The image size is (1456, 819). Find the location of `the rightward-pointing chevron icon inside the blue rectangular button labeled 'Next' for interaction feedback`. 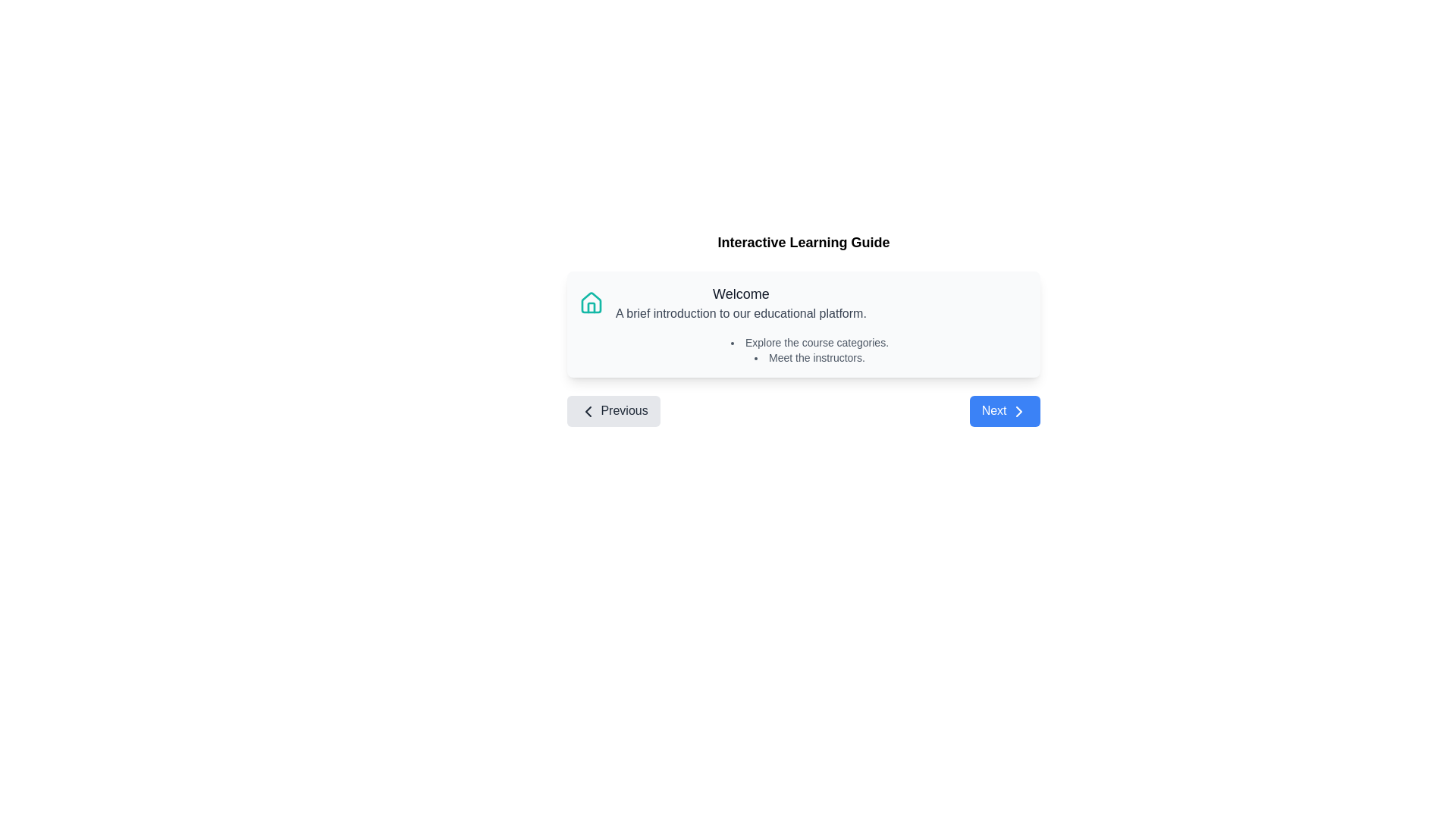

the rightward-pointing chevron icon inside the blue rectangular button labeled 'Next' for interaction feedback is located at coordinates (1019, 411).